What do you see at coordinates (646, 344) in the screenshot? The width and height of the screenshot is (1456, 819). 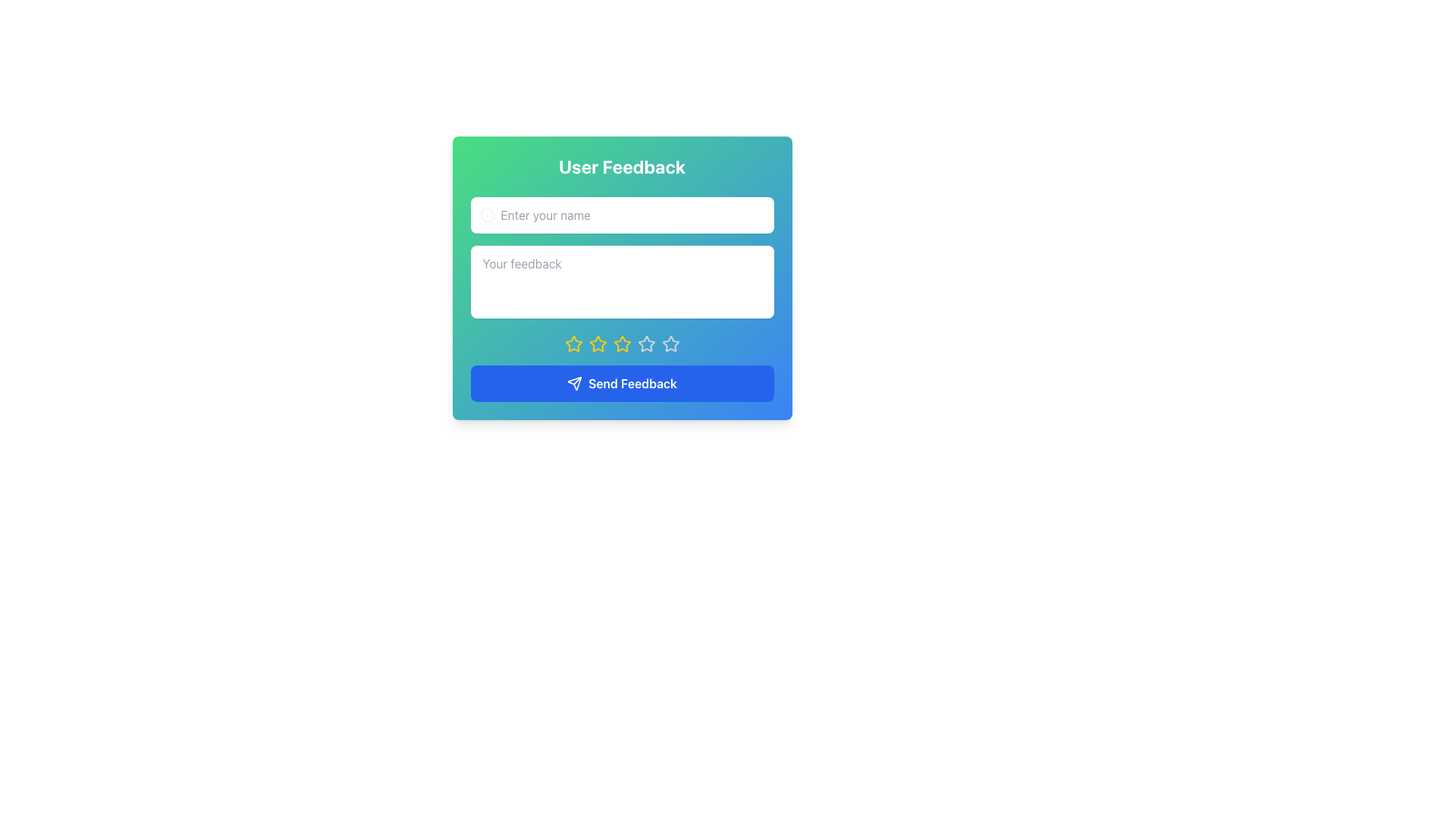 I see `the fifth star icon in the rating section` at bounding box center [646, 344].